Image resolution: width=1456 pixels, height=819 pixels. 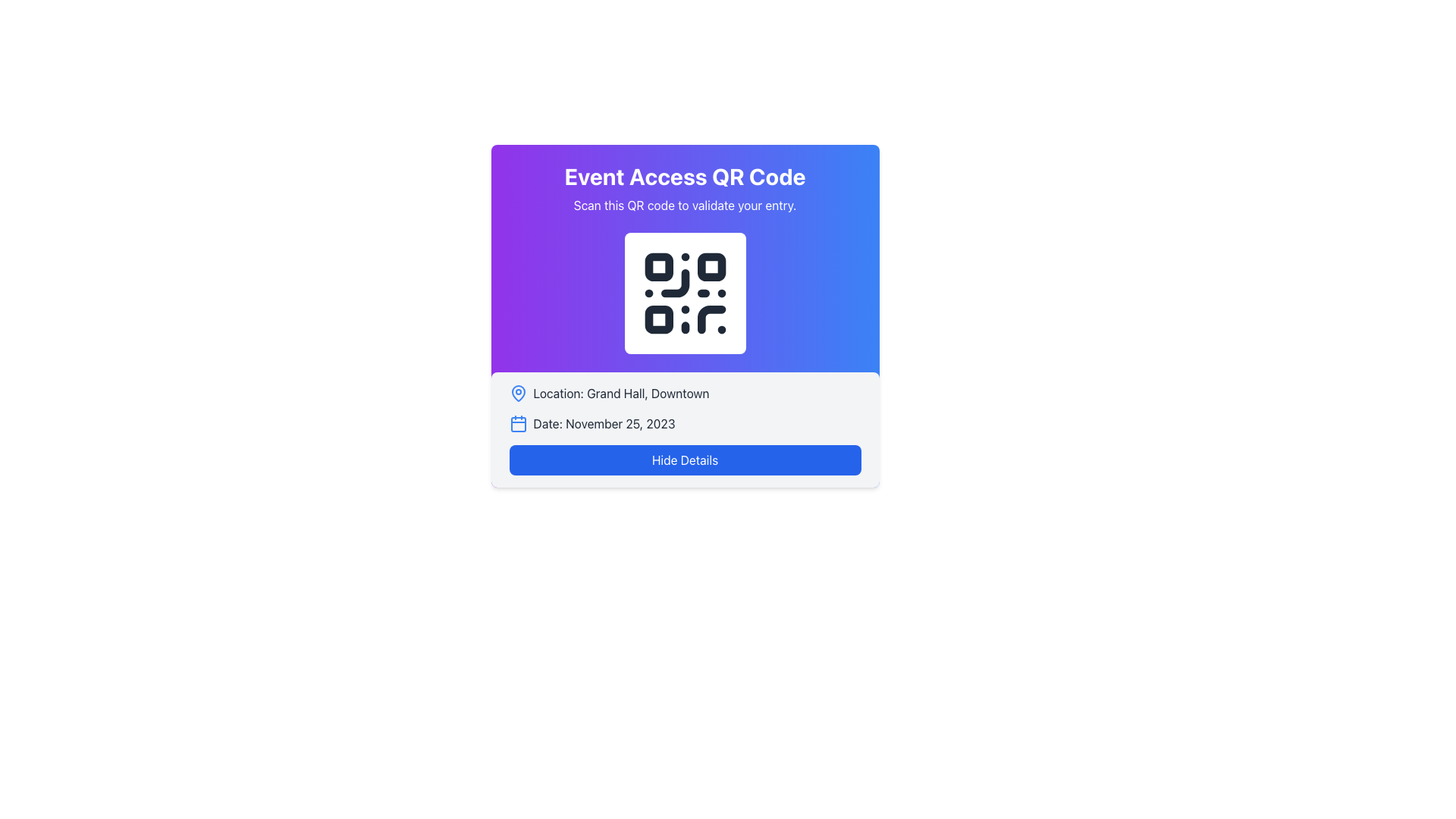 I want to click on the small square component with a black outline and a white background located in the top-right corner of the central symbol group of the QR code, which is positioned below the text 'Event Access QR Code.', so click(x=711, y=266).